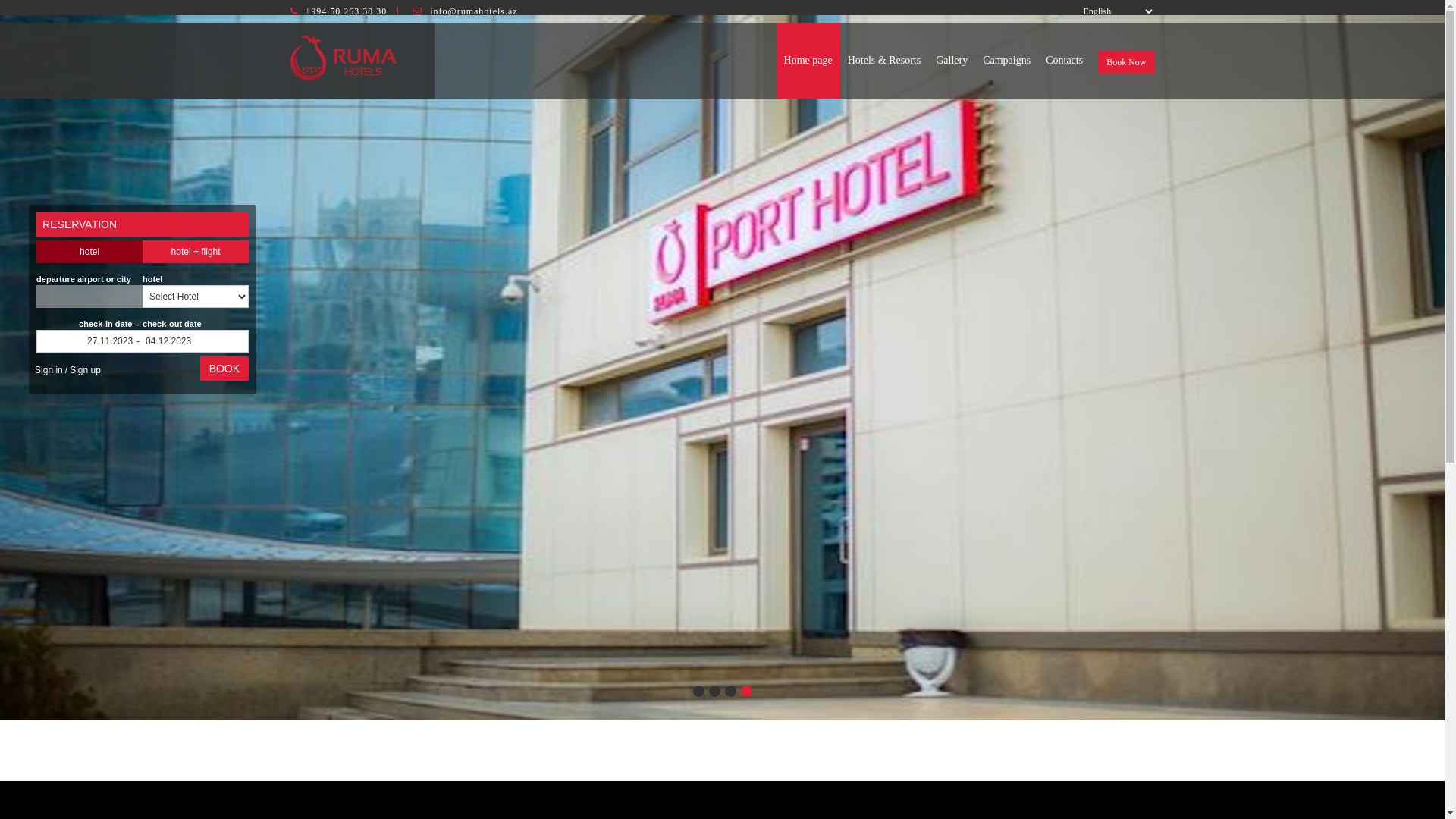 The image size is (1456, 819). Describe the element at coordinates (1037, 60) in the screenshot. I see `'Contacts'` at that location.